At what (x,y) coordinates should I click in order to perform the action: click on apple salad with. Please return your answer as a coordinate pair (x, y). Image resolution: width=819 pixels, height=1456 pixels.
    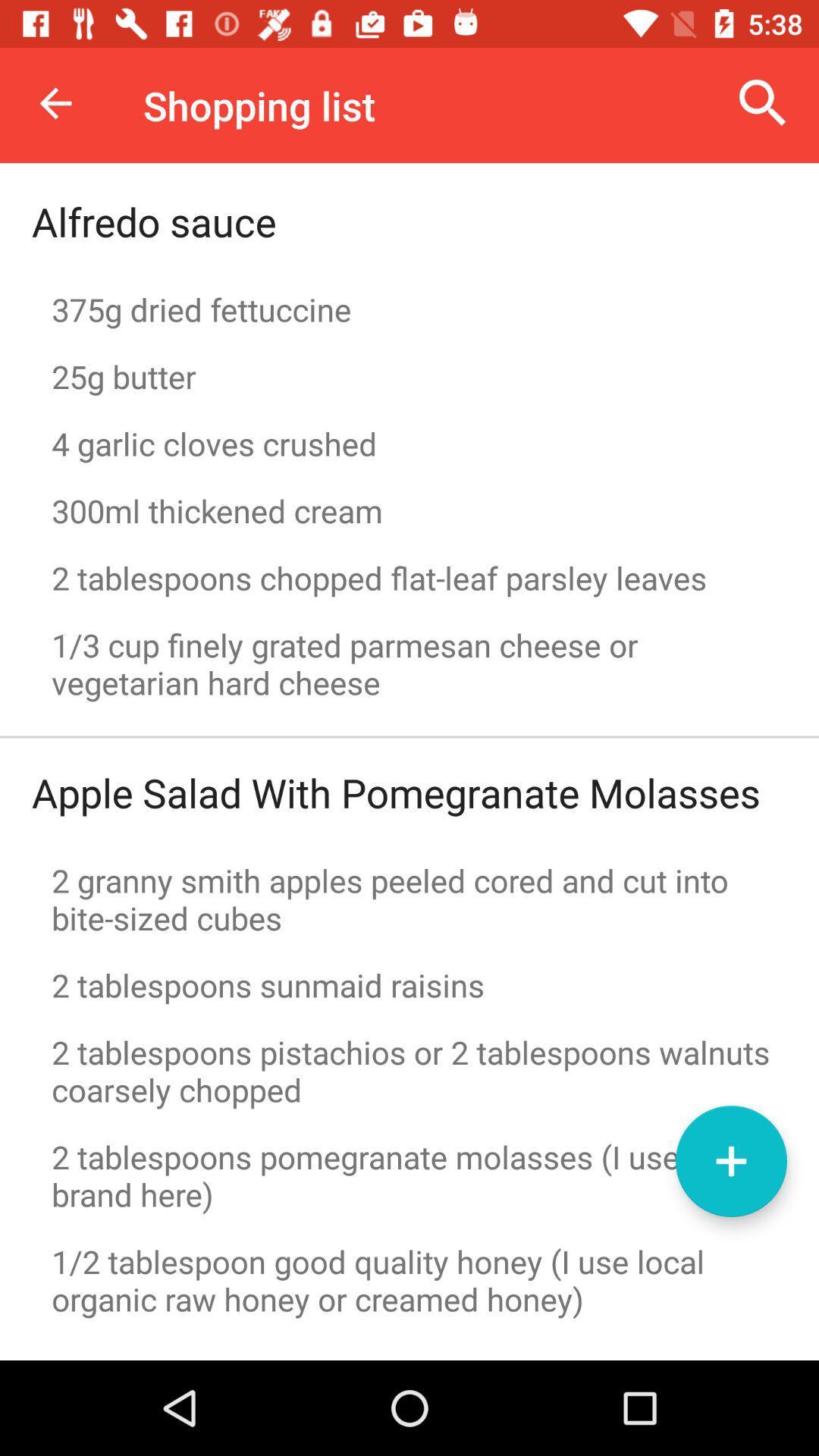
    Looking at the image, I should click on (395, 792).